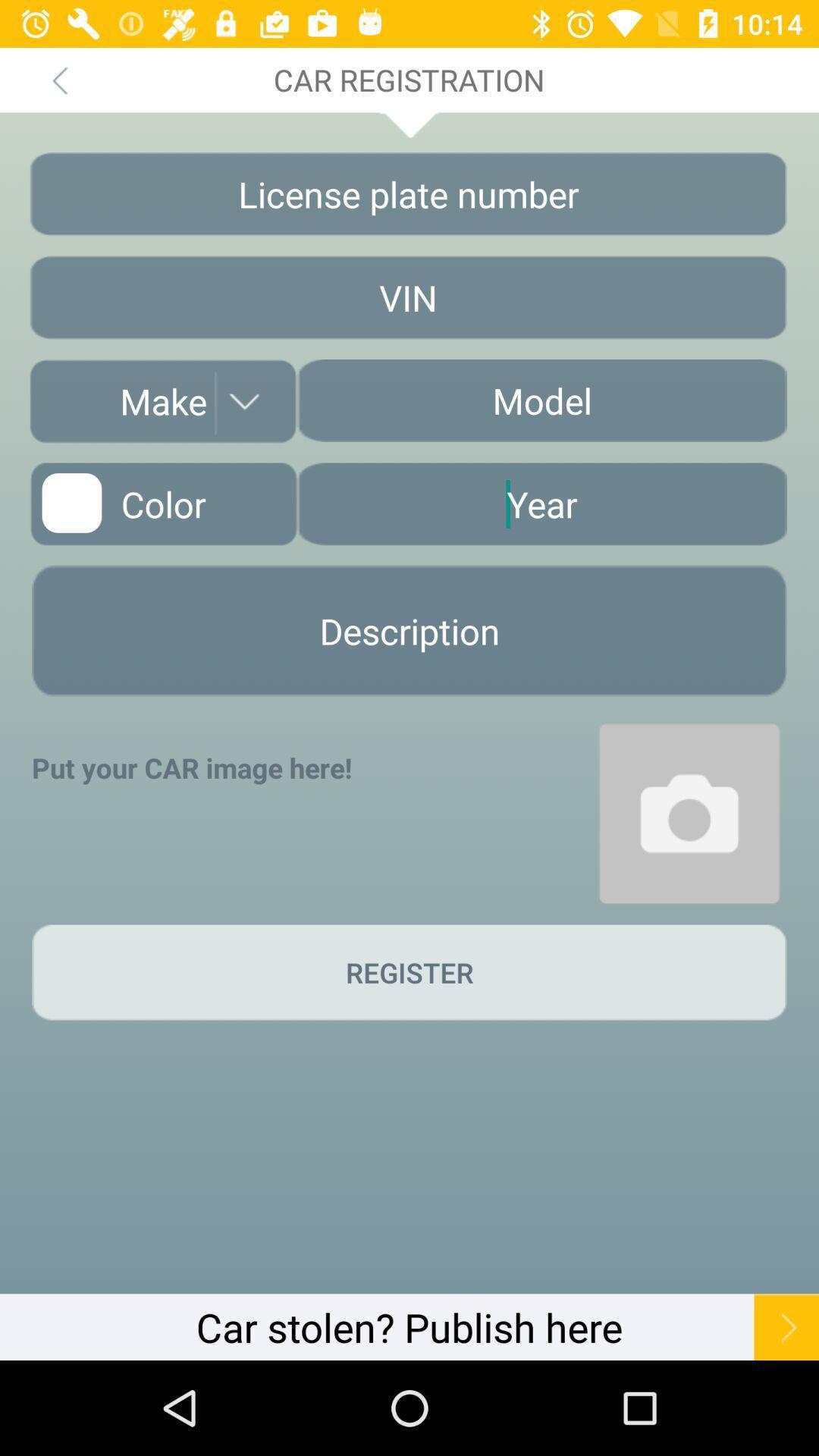 The width and height of the screenshot is (819, 1456). I want to click on description option, so click(409, 631).